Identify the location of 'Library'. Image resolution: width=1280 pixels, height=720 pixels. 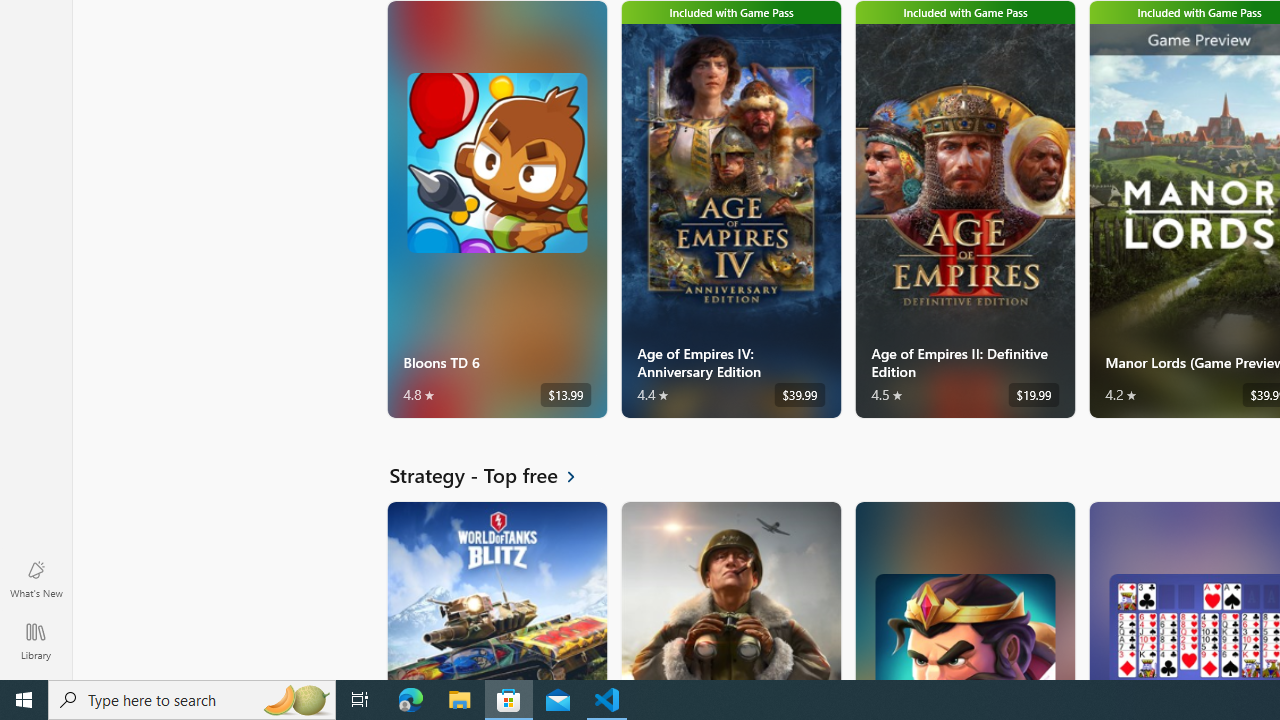
(35, 640).